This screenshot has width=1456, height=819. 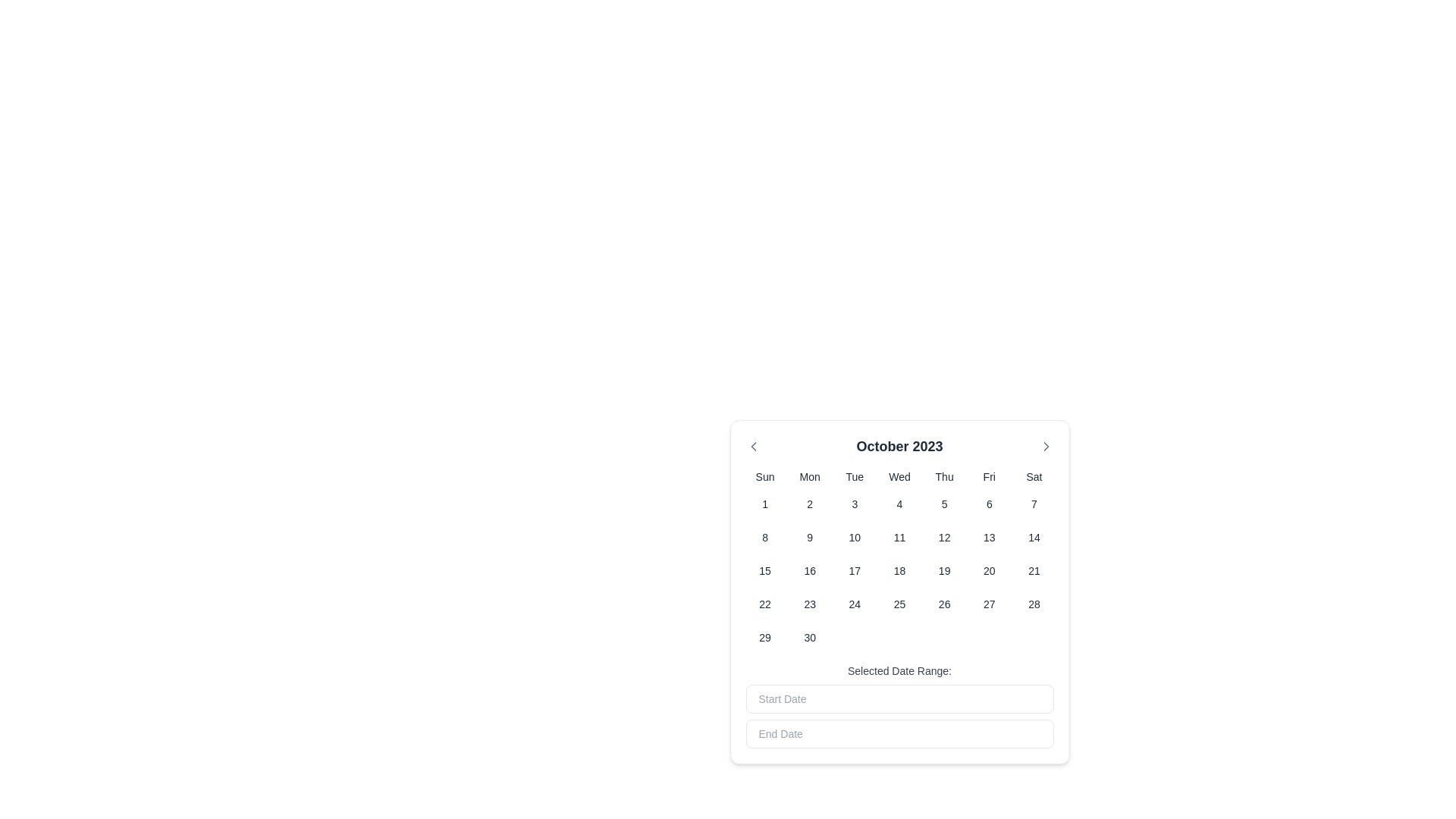 What do you see at coordinates (1045, 446) in the screenshot?
I see `the chevron icon located in the upper-right section of the calendar widget, directly rightward of the month title 'October 2023'` at bounding box center [1045, 446].